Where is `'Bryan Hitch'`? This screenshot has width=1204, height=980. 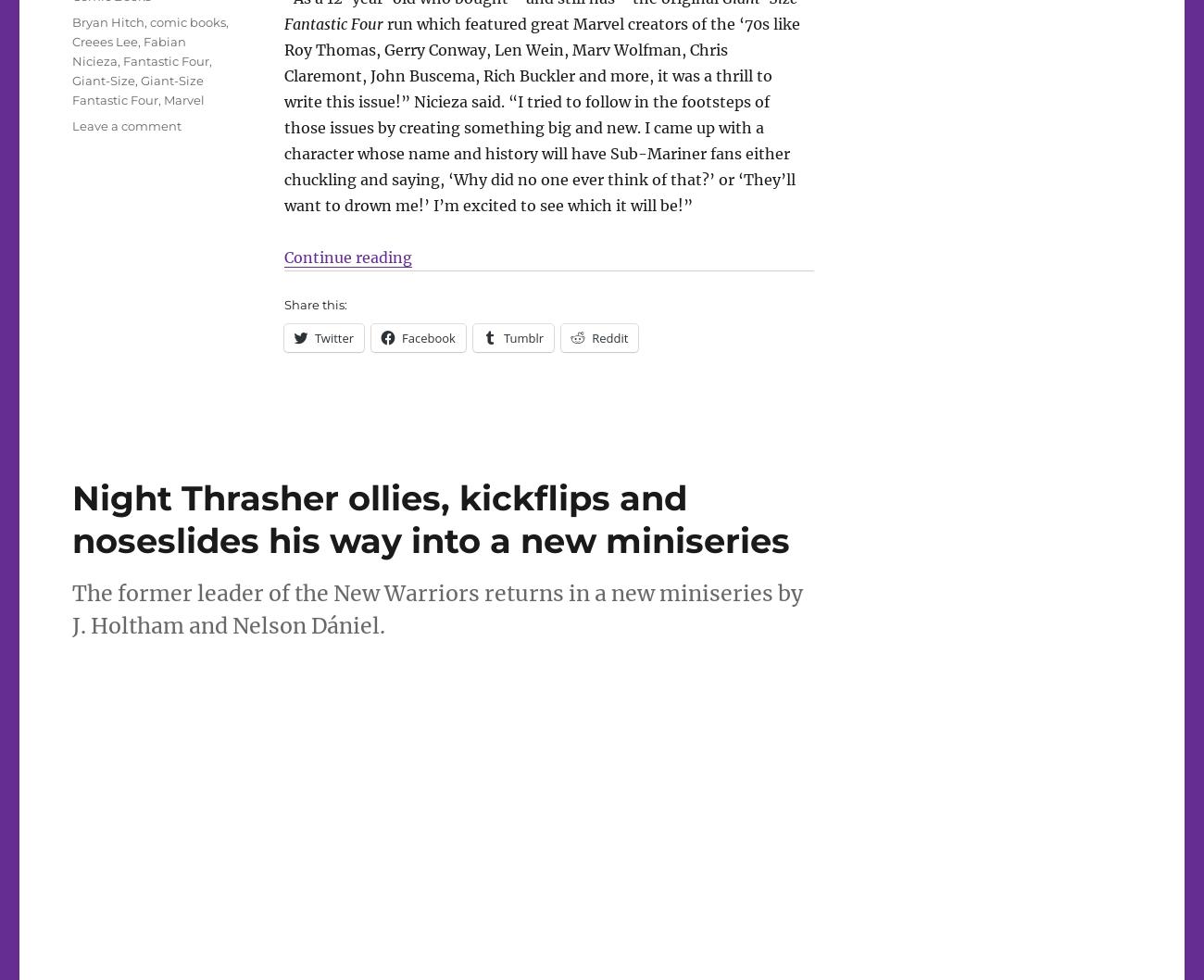
'Bryan Hitch' is located at coordinates (107, 20).